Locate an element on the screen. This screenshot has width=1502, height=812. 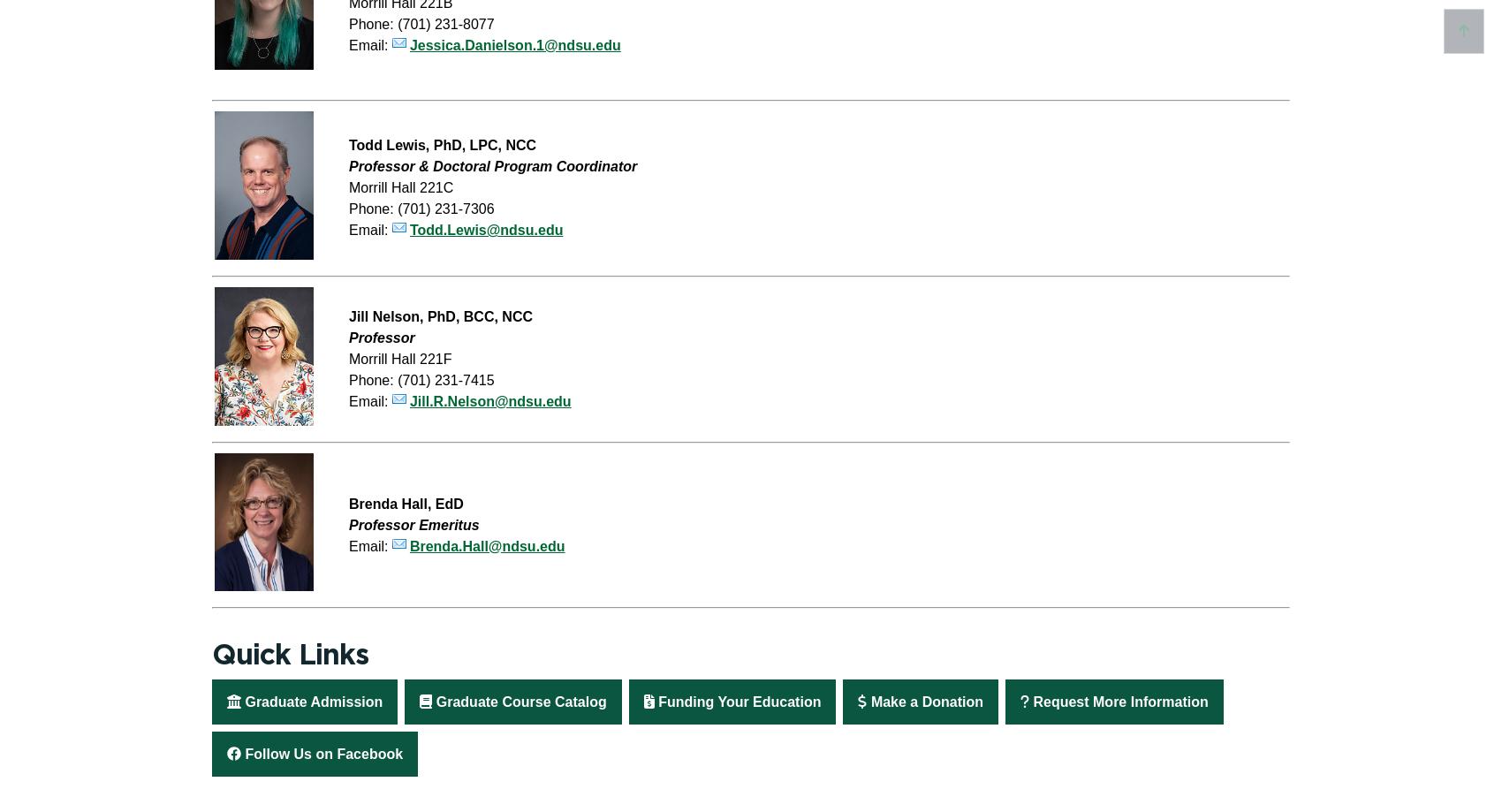
'Jill Nelson, PhD, BCC, NCC' is located at coordinates (440, 315).